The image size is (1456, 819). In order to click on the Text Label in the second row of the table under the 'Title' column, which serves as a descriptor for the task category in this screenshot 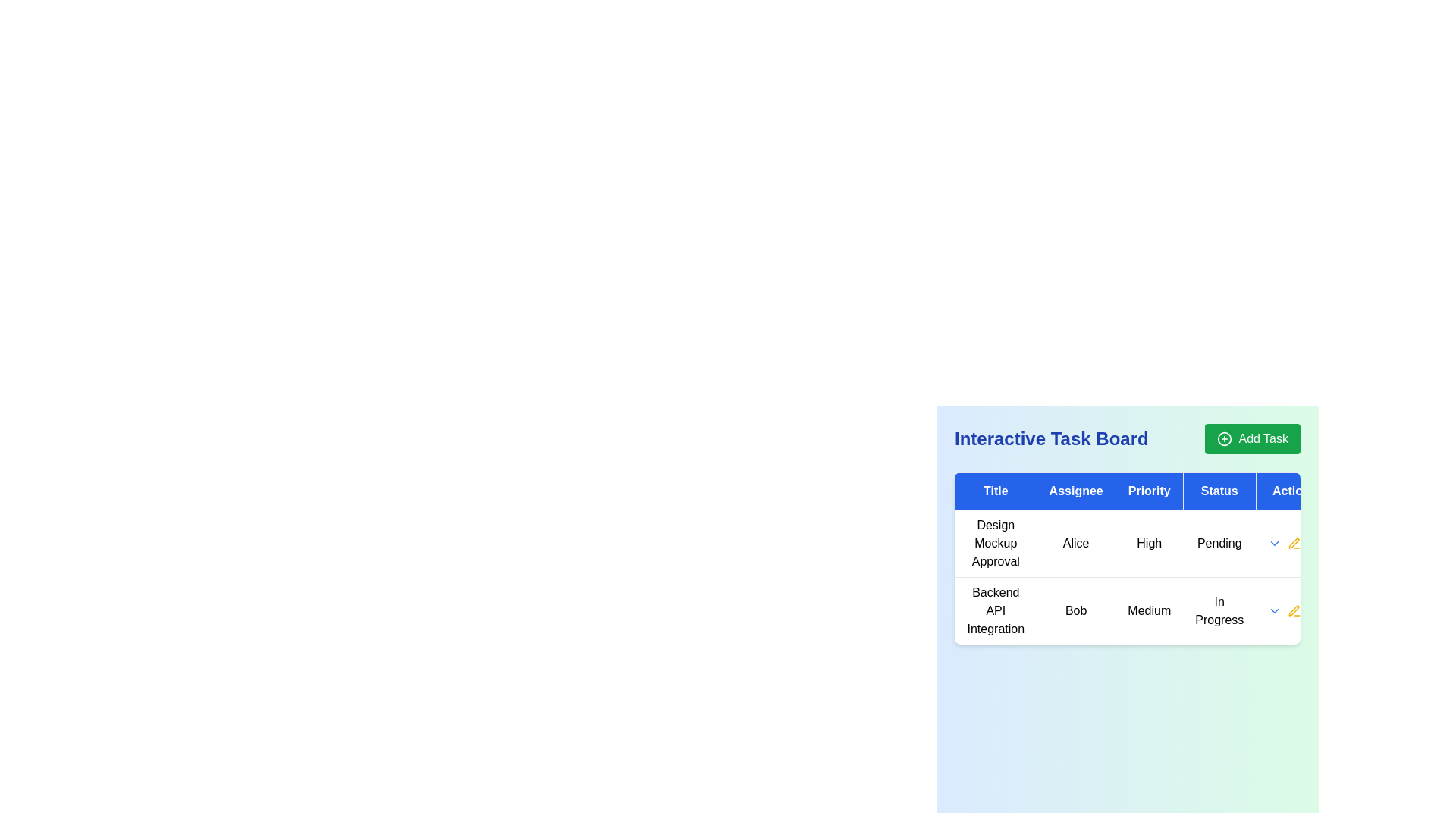, I will do `click(996, 610)`.